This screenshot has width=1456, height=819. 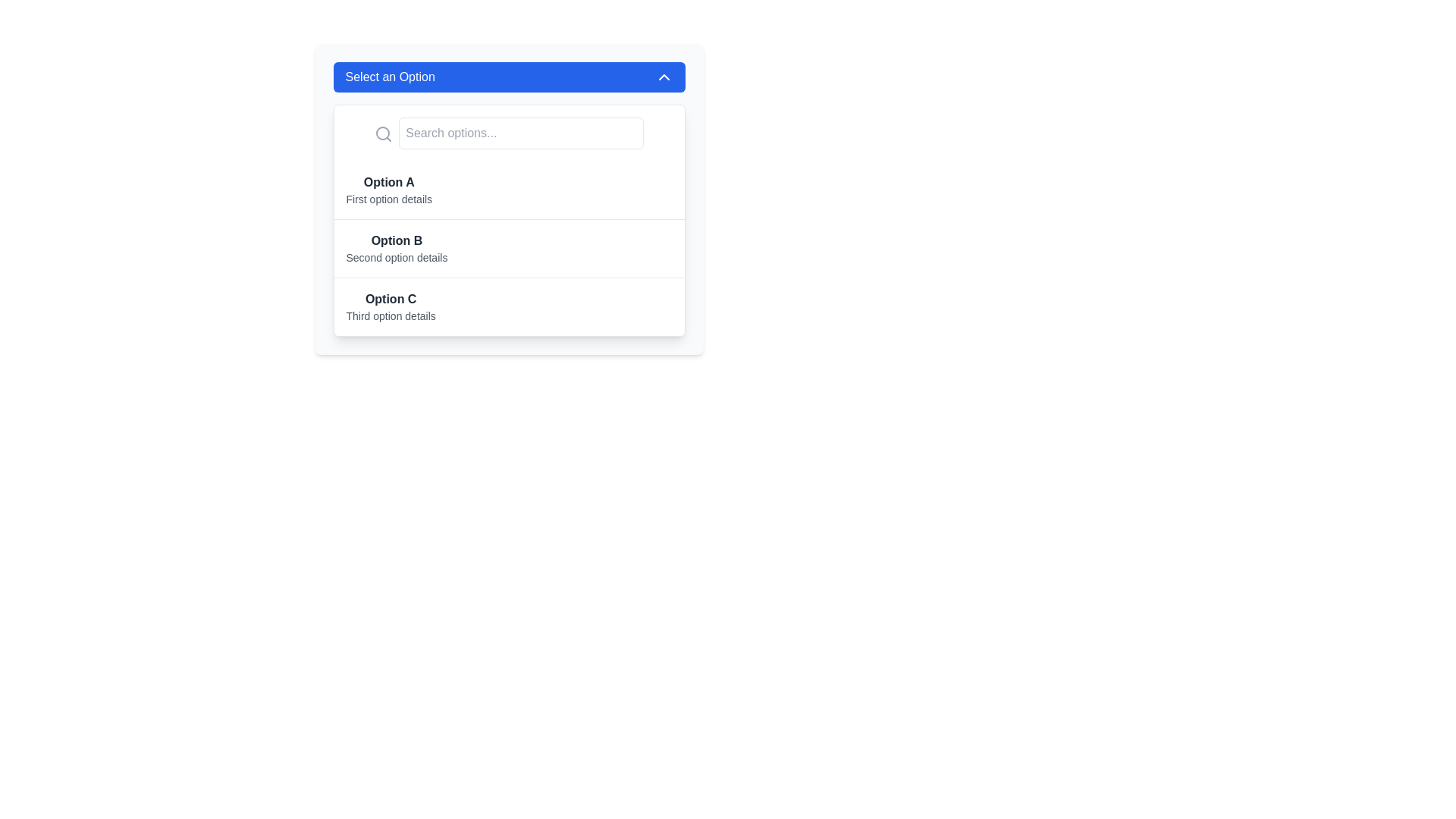 What do you see at coordinates (389, 198) in the screenshot?
I see `information displayed in the text label that shows 'First option details', which is positioned beneath the bold title 'Option A'` at bounding box center [389, 198].